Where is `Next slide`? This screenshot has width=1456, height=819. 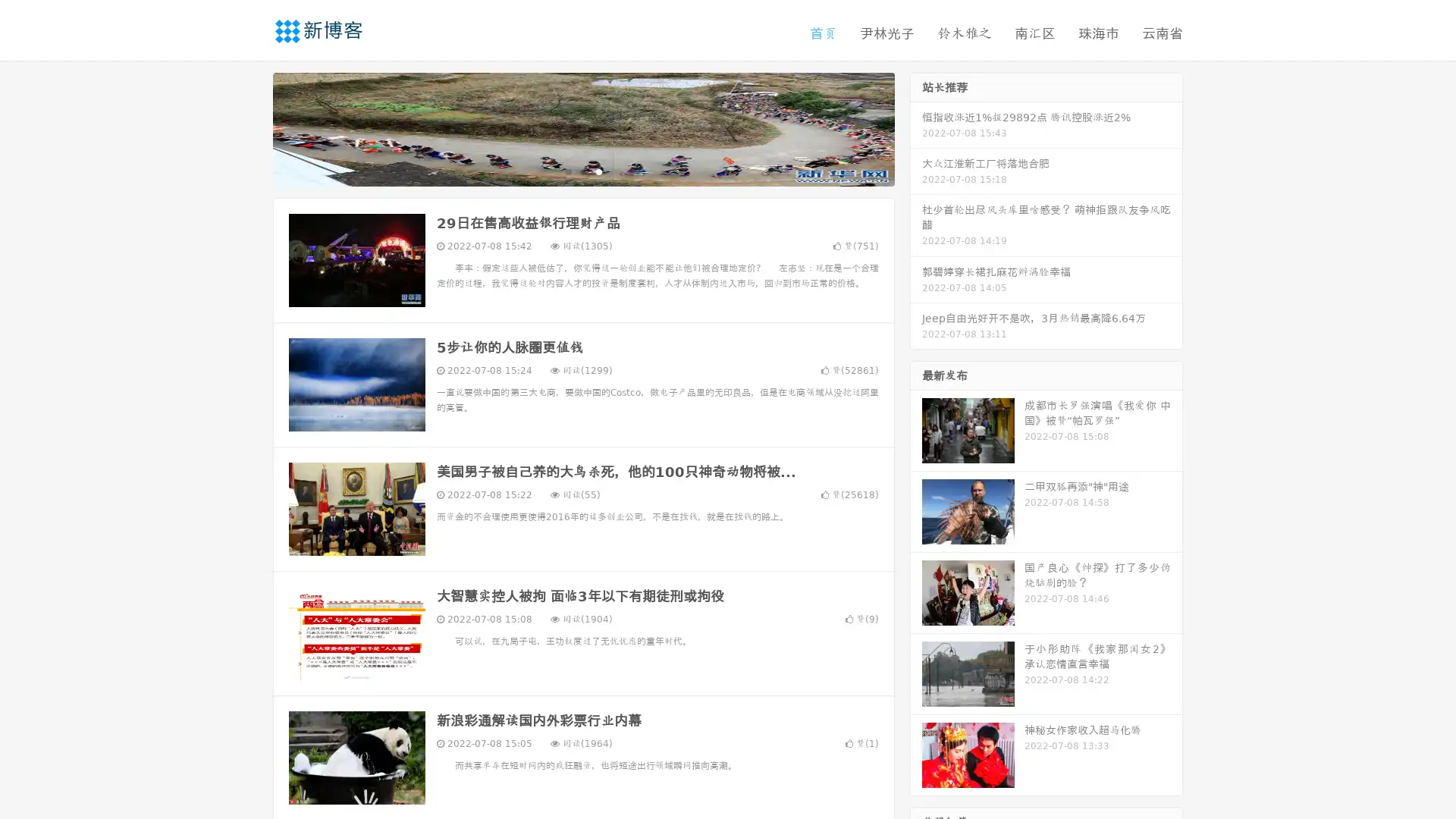
Next slide is located at coordinates (916, 127).